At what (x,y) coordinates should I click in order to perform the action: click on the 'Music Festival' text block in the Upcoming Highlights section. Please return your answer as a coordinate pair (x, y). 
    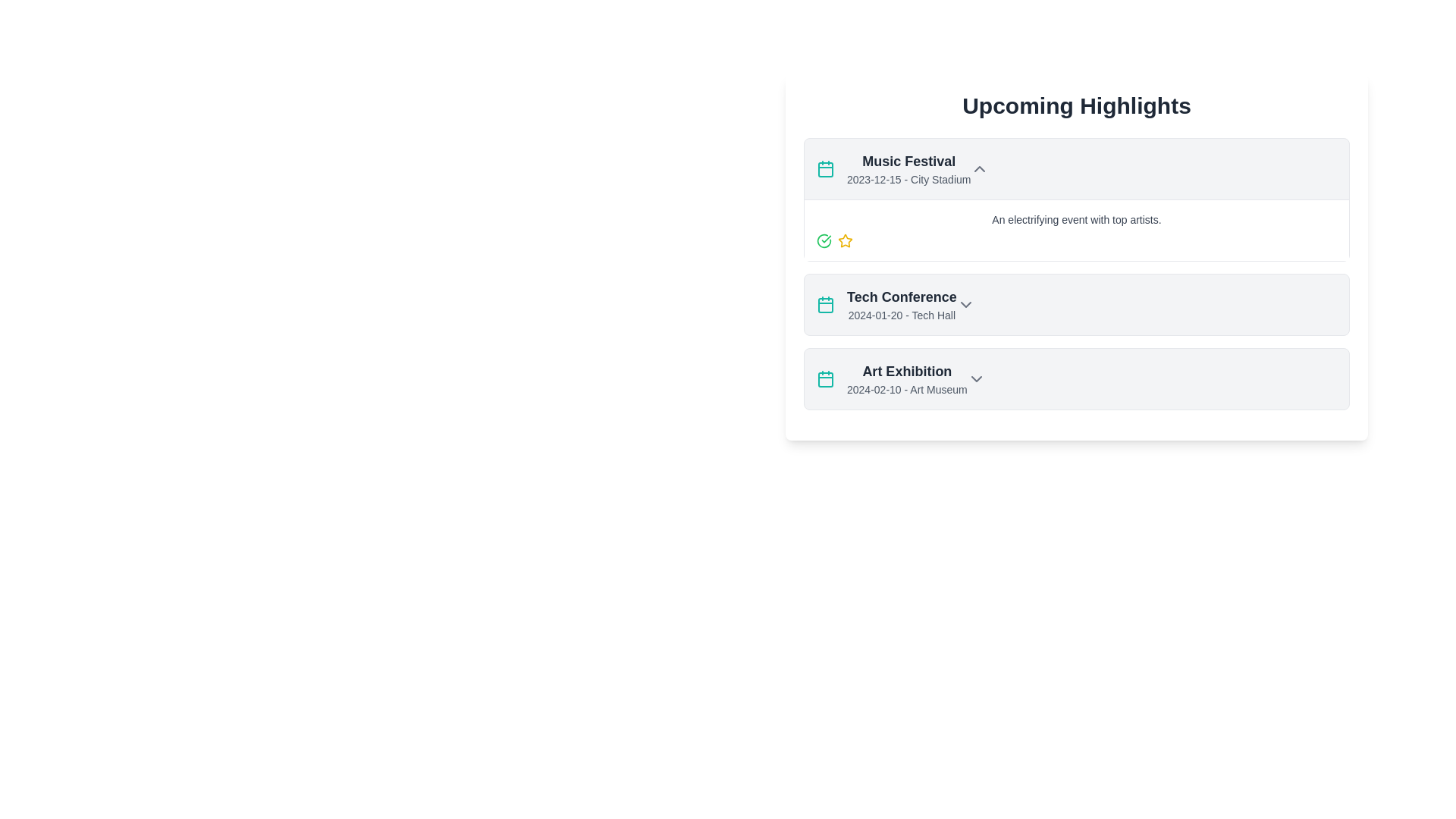
    Looking at the image, I should click on (908, 169).